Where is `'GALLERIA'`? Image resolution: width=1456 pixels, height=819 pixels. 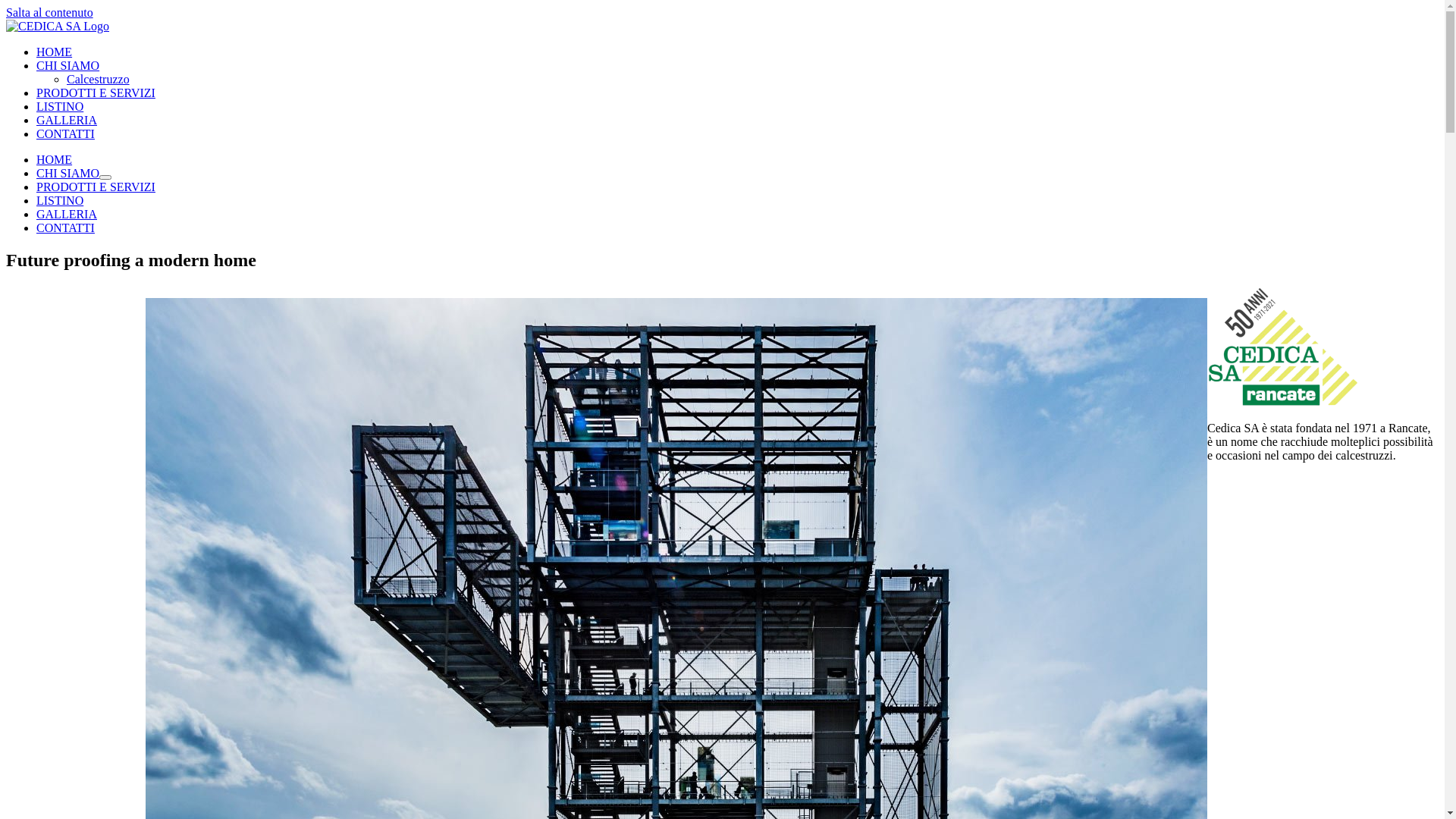 'GALLERIA' is located at coordinates (65, 119).